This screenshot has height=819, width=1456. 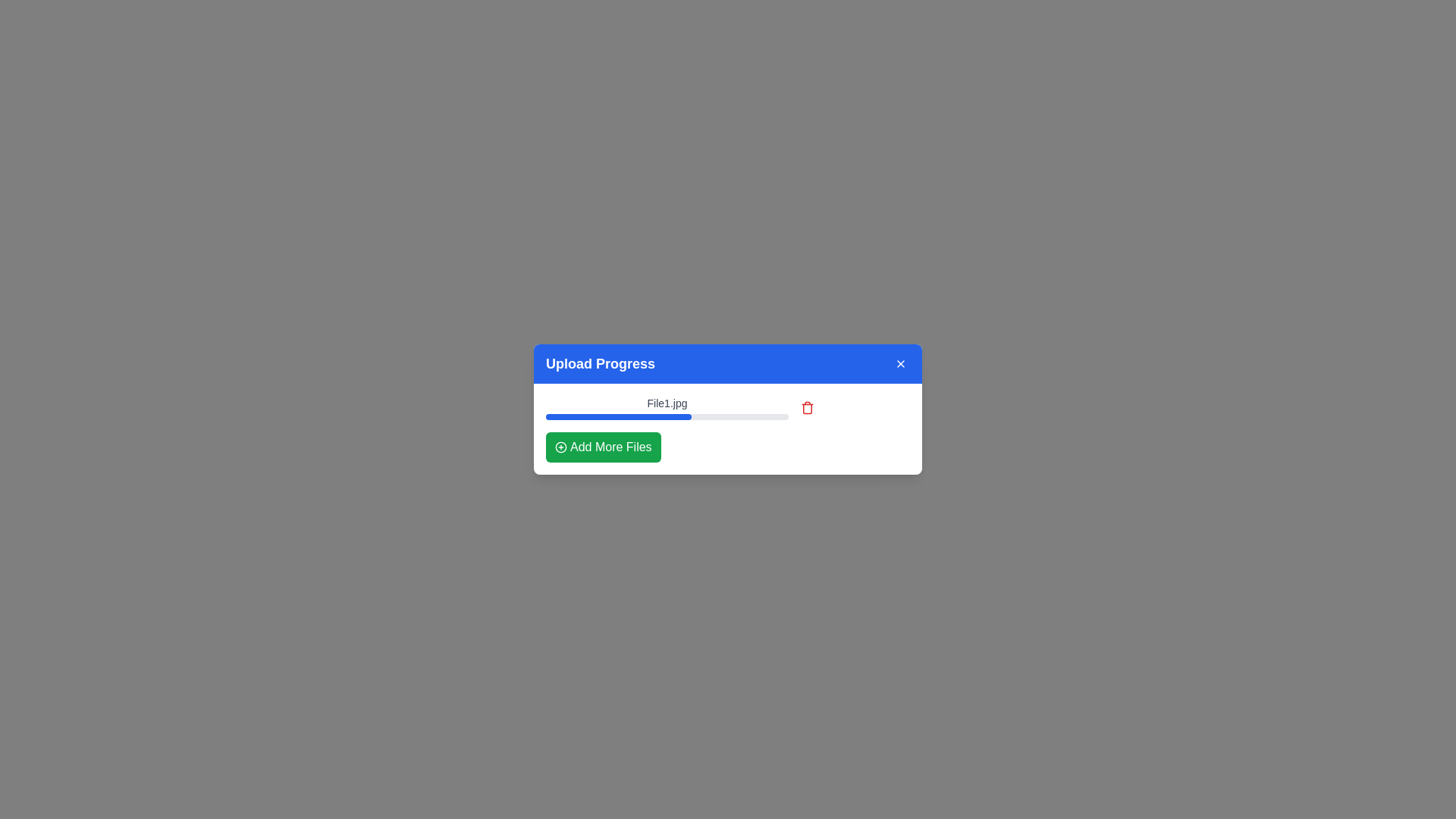 I want to click on the delete button located to the far right of the filename 'File1.jpg', so click(x=807, y=406).